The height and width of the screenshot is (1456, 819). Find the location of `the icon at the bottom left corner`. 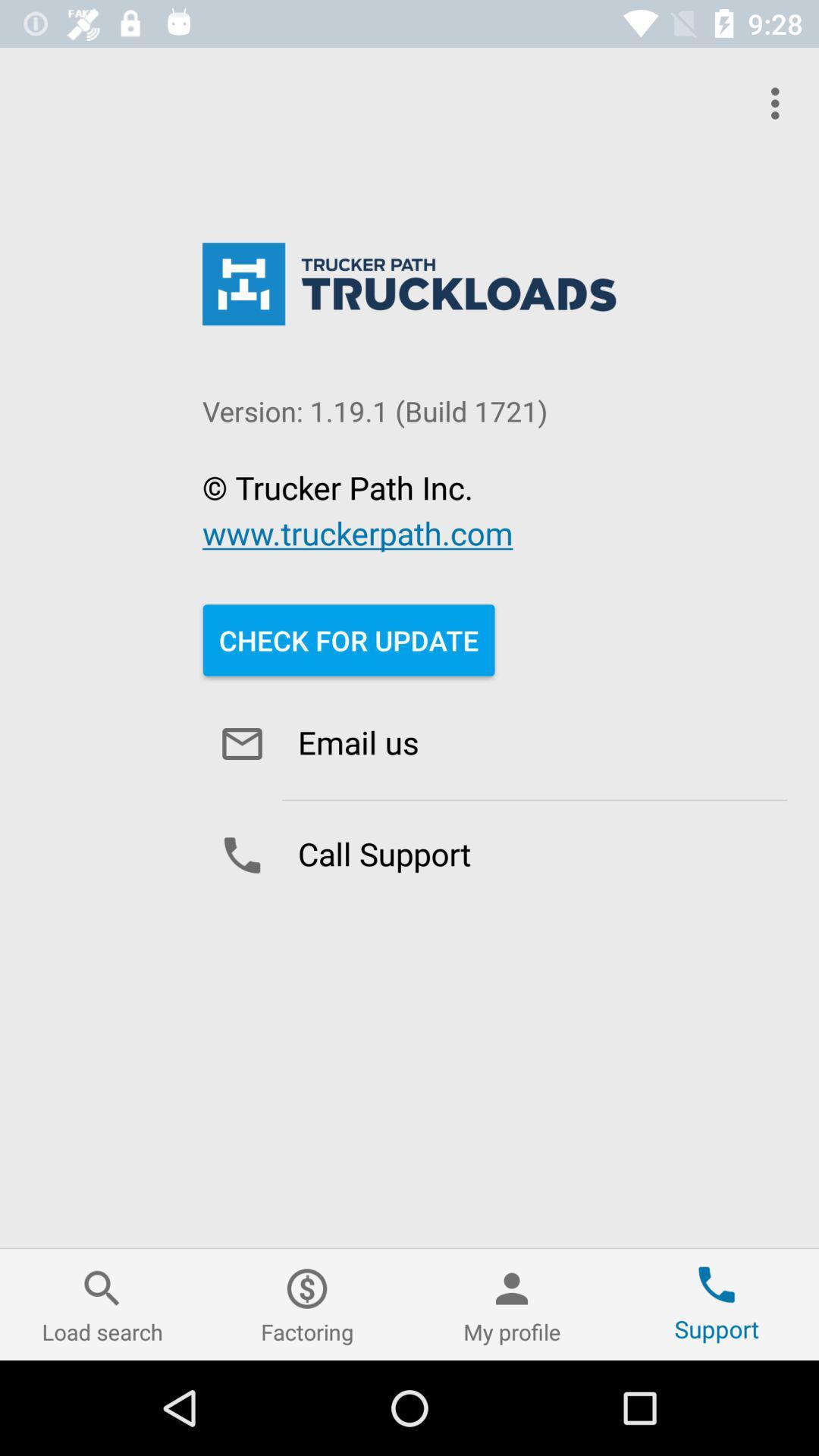

the icon at the bottom left corner is located at coordinates (102, 1304).